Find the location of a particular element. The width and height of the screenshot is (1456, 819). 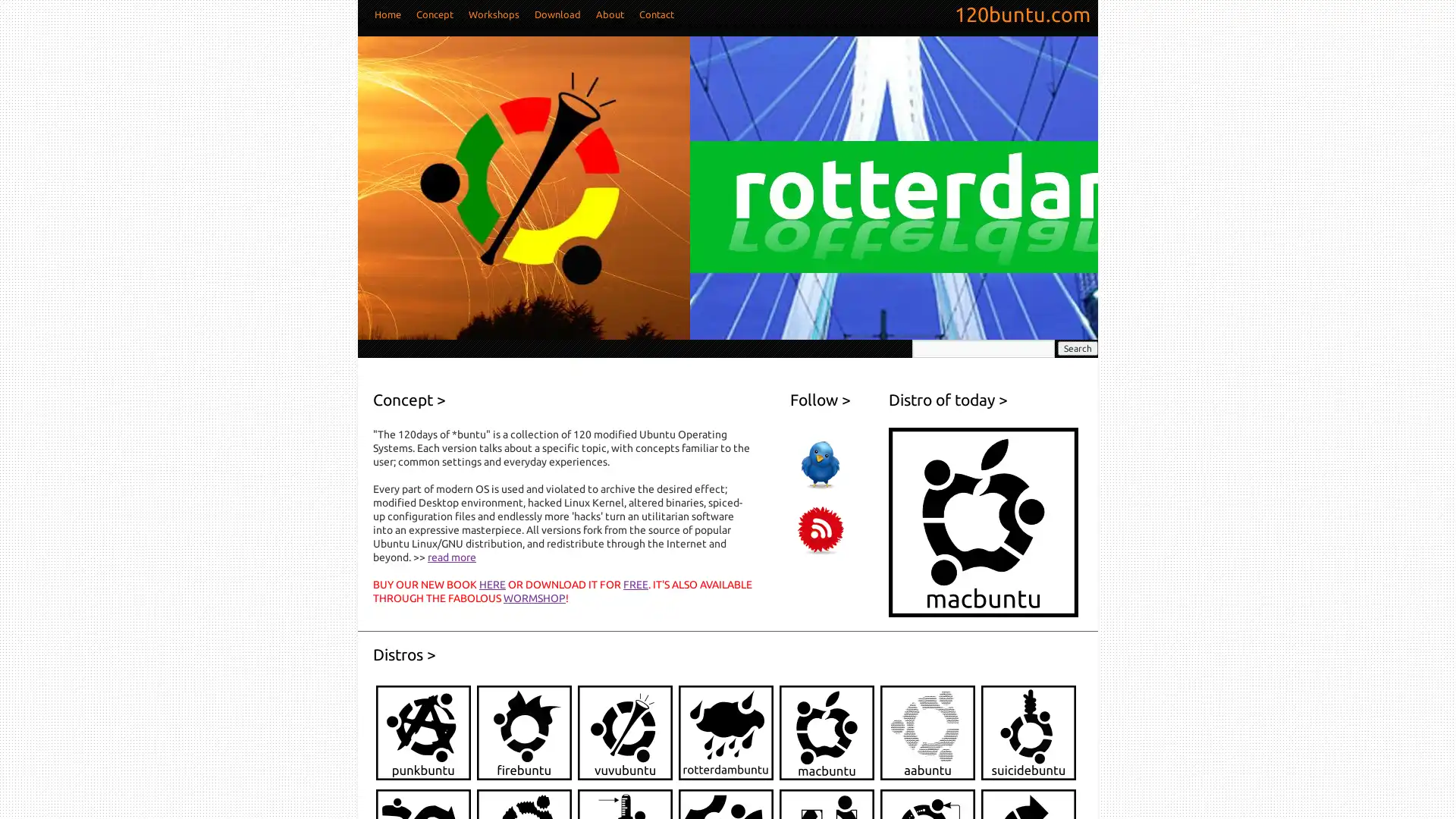

Search is located at coordinates (1077, 348).